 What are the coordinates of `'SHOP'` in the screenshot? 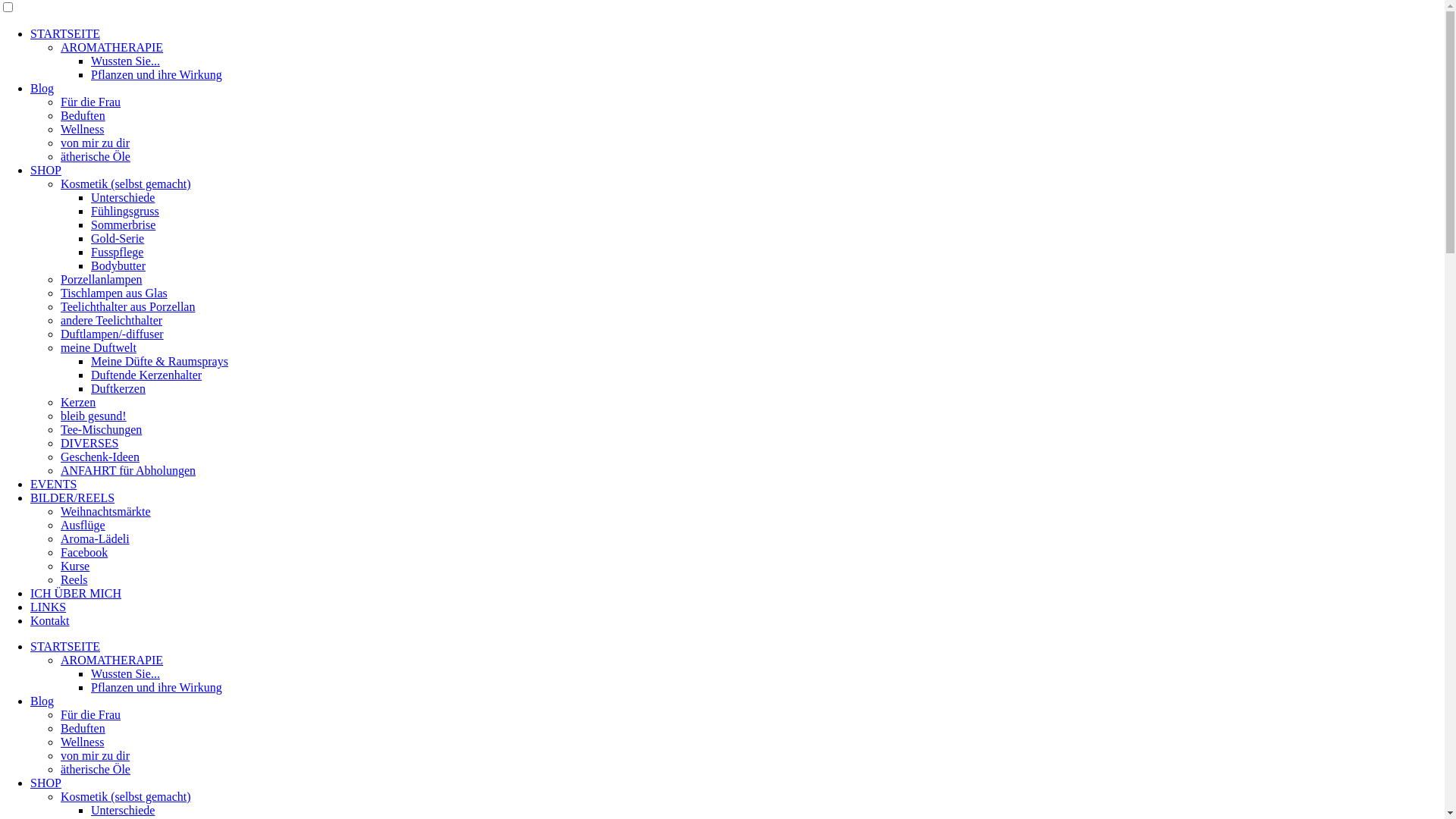 It's located at (45, 783).